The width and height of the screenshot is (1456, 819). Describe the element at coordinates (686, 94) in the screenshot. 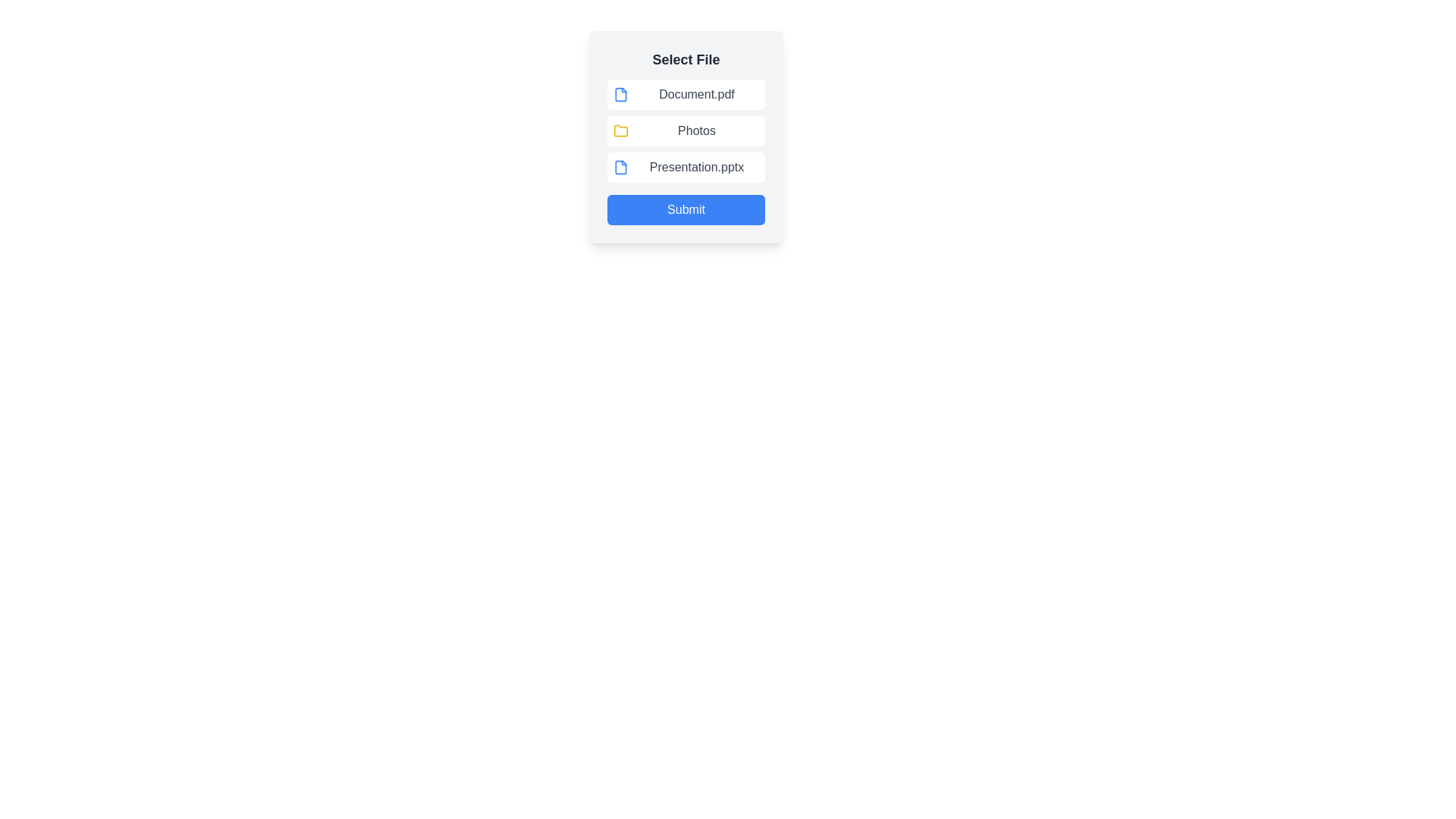

I see `the selectable file representation labeled 'Document.pdf' which consists of a blue document icon and dark text` at that location.